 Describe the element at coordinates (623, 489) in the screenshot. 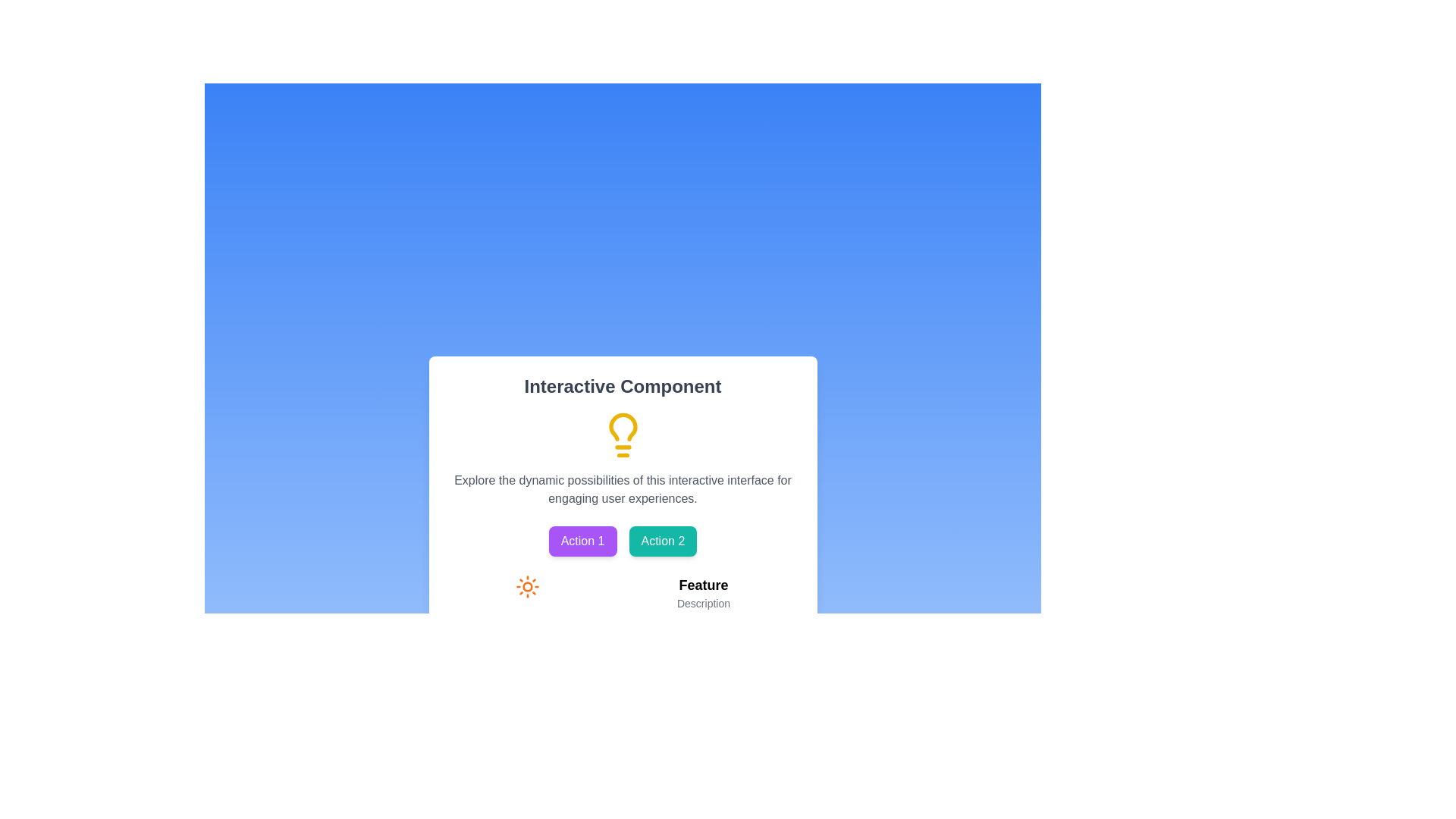

I see `descriptive text block about the functionalities or features of the interface located within the white card titled 'Interactive Component', positioned below the icon and above the buttons` at that location.